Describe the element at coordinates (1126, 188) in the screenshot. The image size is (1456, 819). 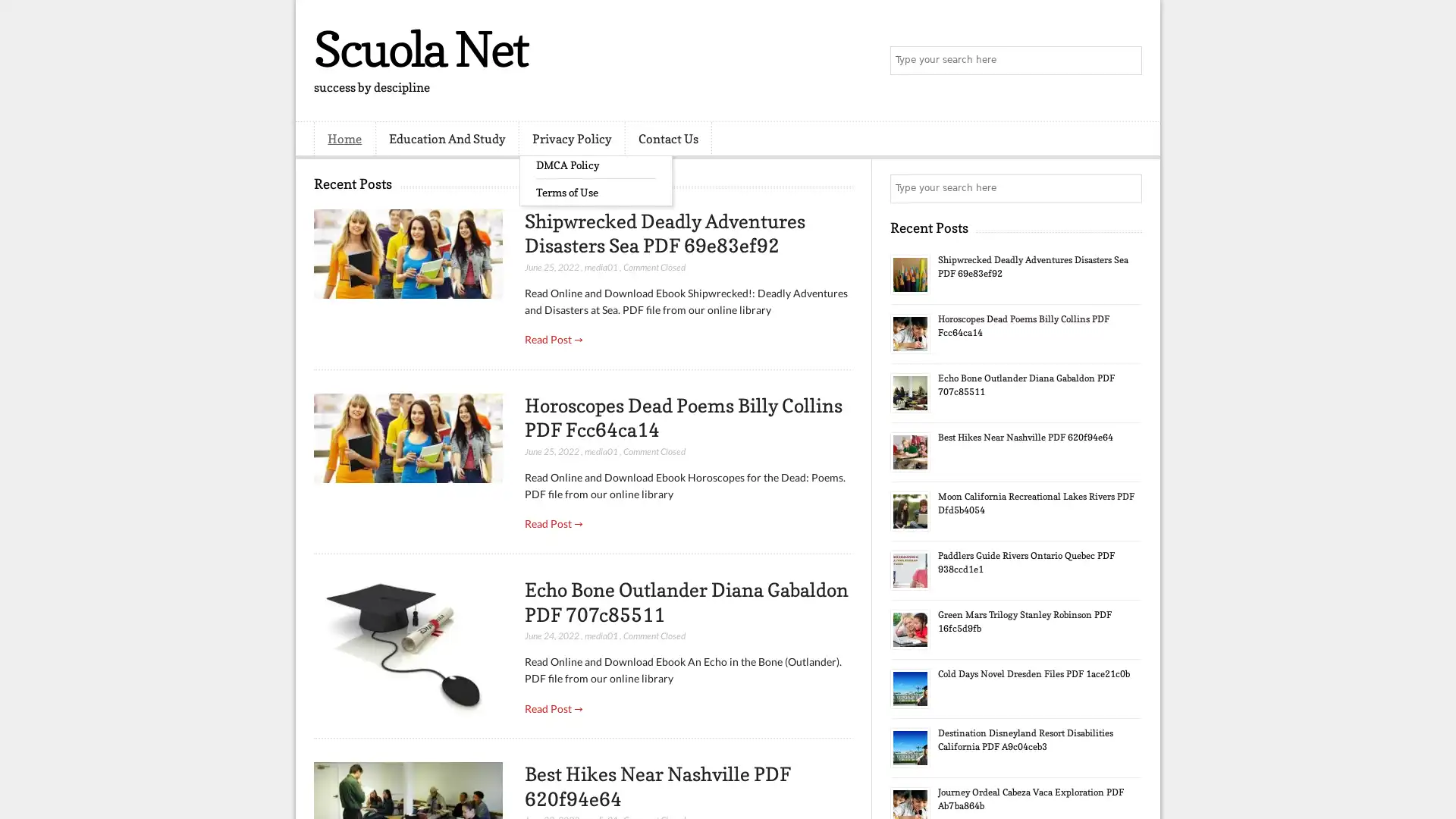
I see `Search` at that location.